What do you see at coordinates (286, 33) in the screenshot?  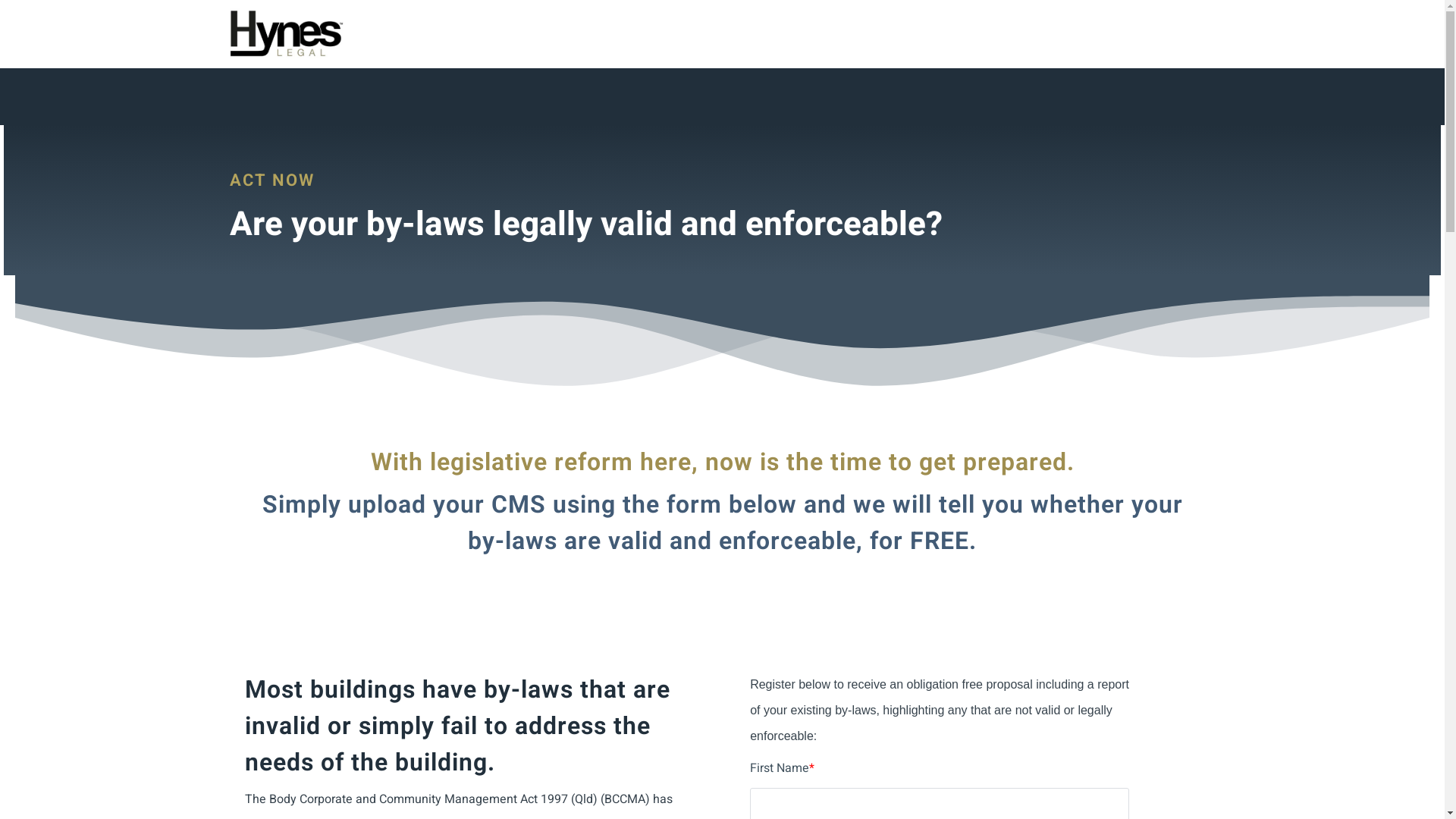 I see `'Logo'` at bounding box center [286, 33].